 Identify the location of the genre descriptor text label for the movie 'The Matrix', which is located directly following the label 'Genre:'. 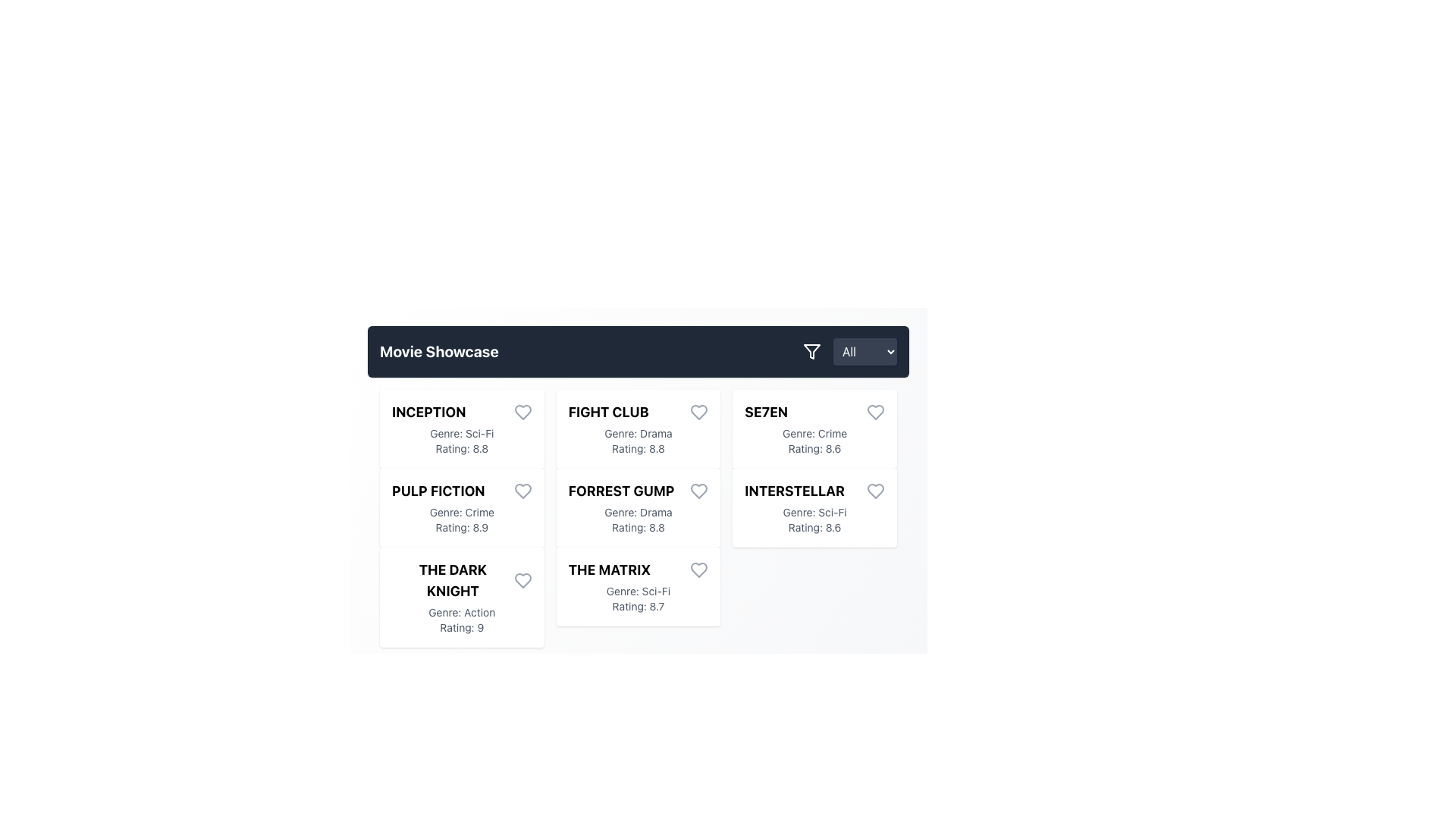
(656, 590).